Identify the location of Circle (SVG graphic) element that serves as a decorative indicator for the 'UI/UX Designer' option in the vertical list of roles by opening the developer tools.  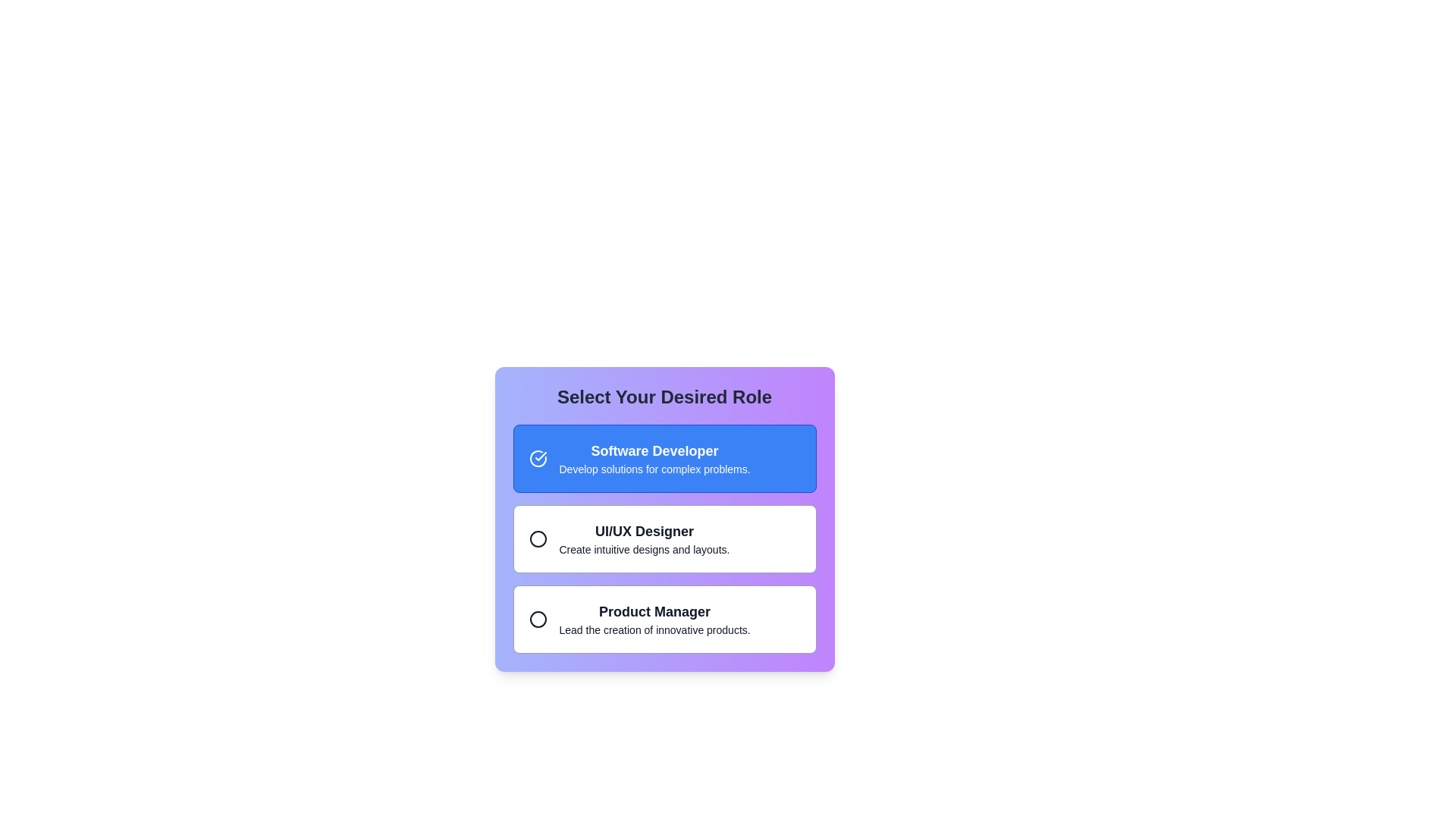
(538, 538).